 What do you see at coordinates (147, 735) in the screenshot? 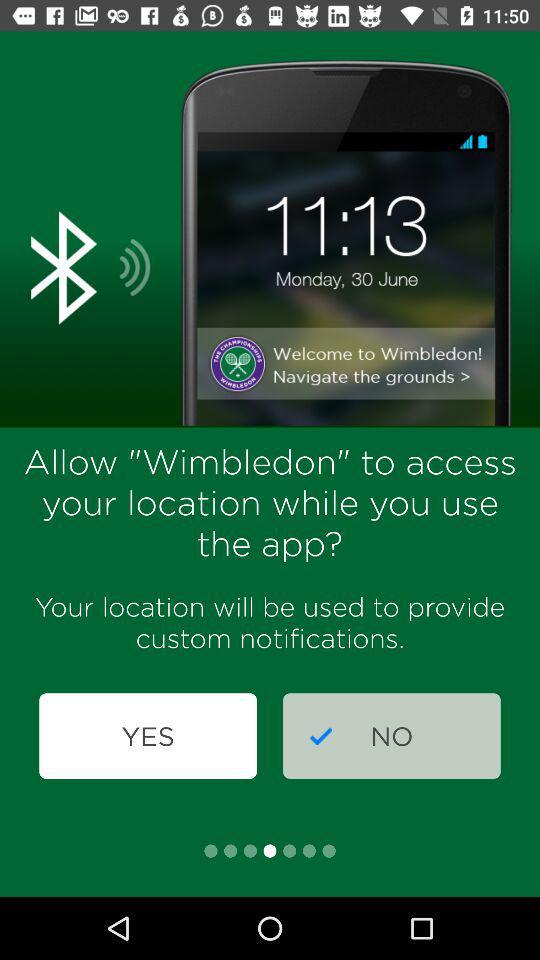
I see `the yes` at bounding box center [147, 735].